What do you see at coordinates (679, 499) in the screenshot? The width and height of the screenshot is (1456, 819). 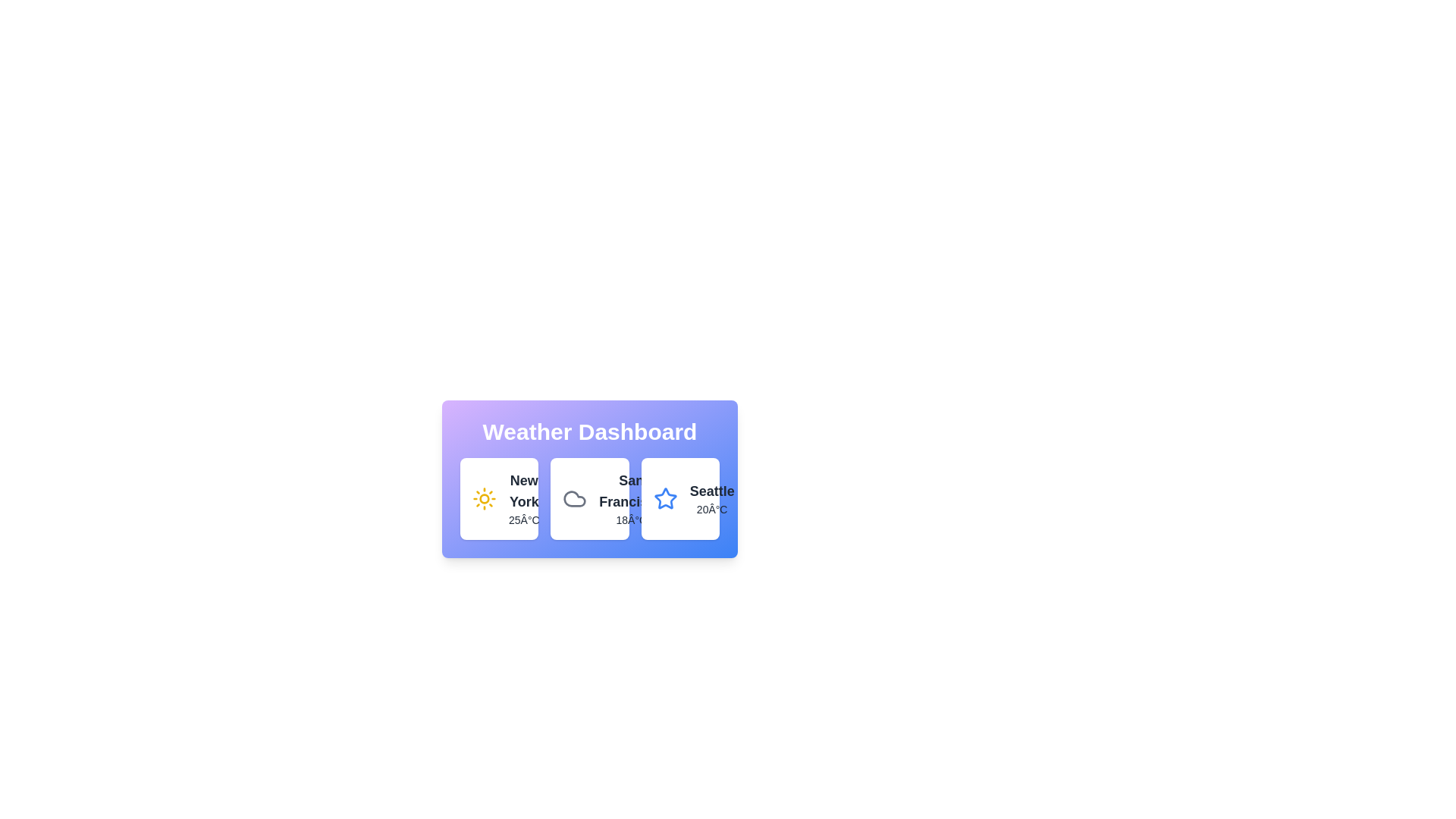 I see `the contents of the weather information card displaying the temperature for Seattle, which is the third card in a horizontal row of three cards` at bounding box center [679, 499].